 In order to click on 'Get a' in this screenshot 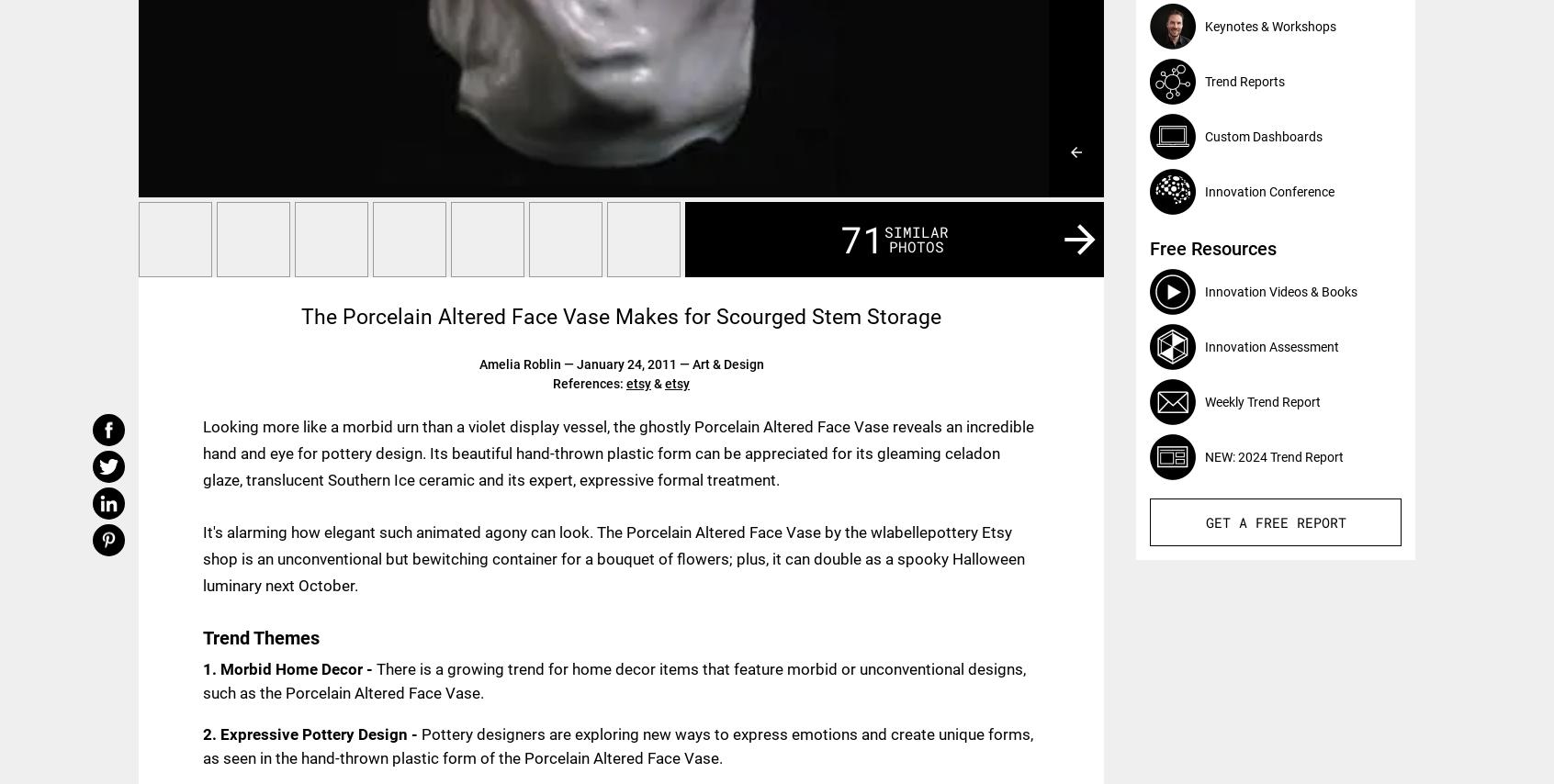, I will do `click(1229, 520)`.